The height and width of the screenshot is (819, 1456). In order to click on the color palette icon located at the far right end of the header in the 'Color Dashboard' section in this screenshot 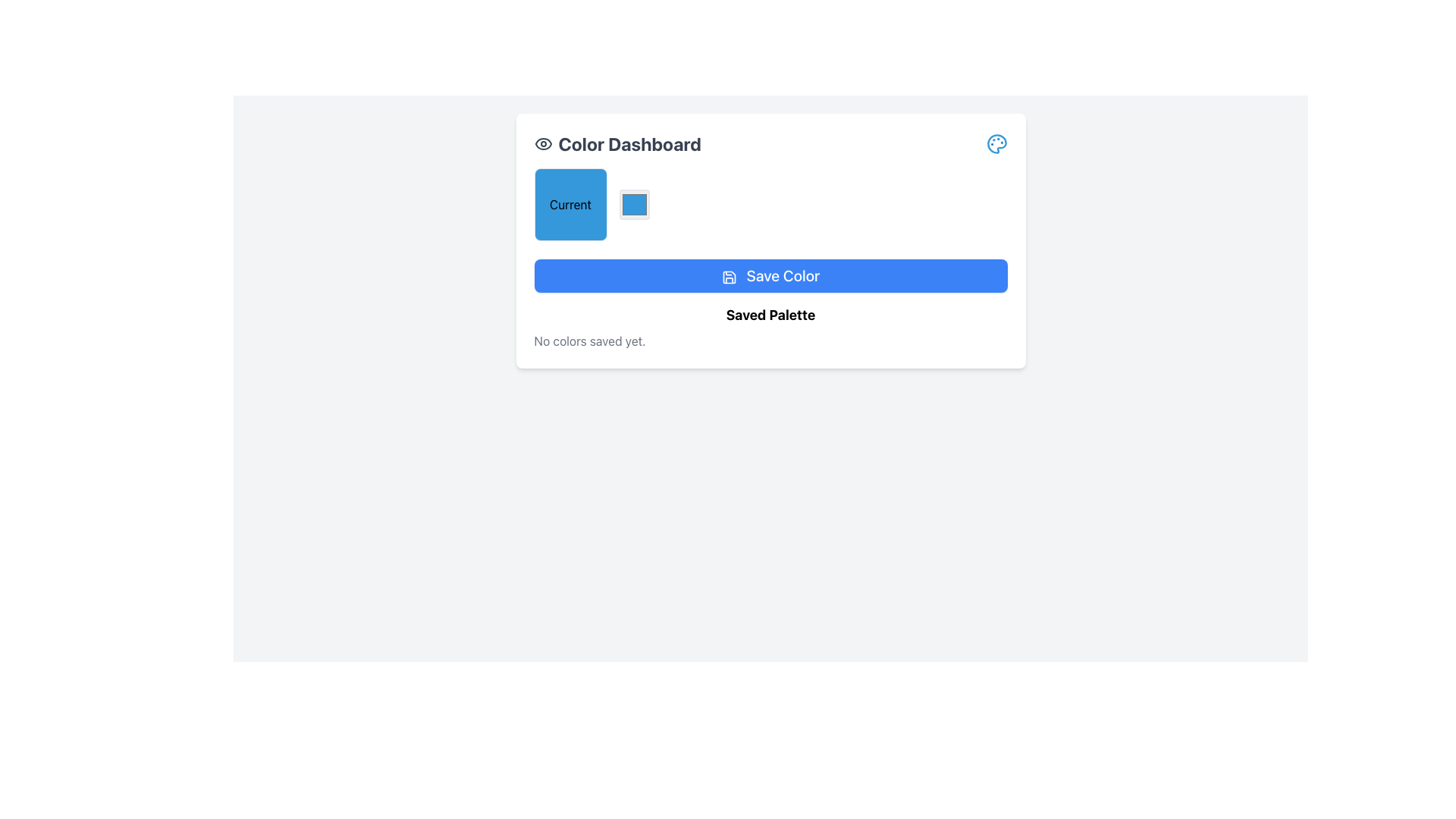, I will do `click(996, 143)`.